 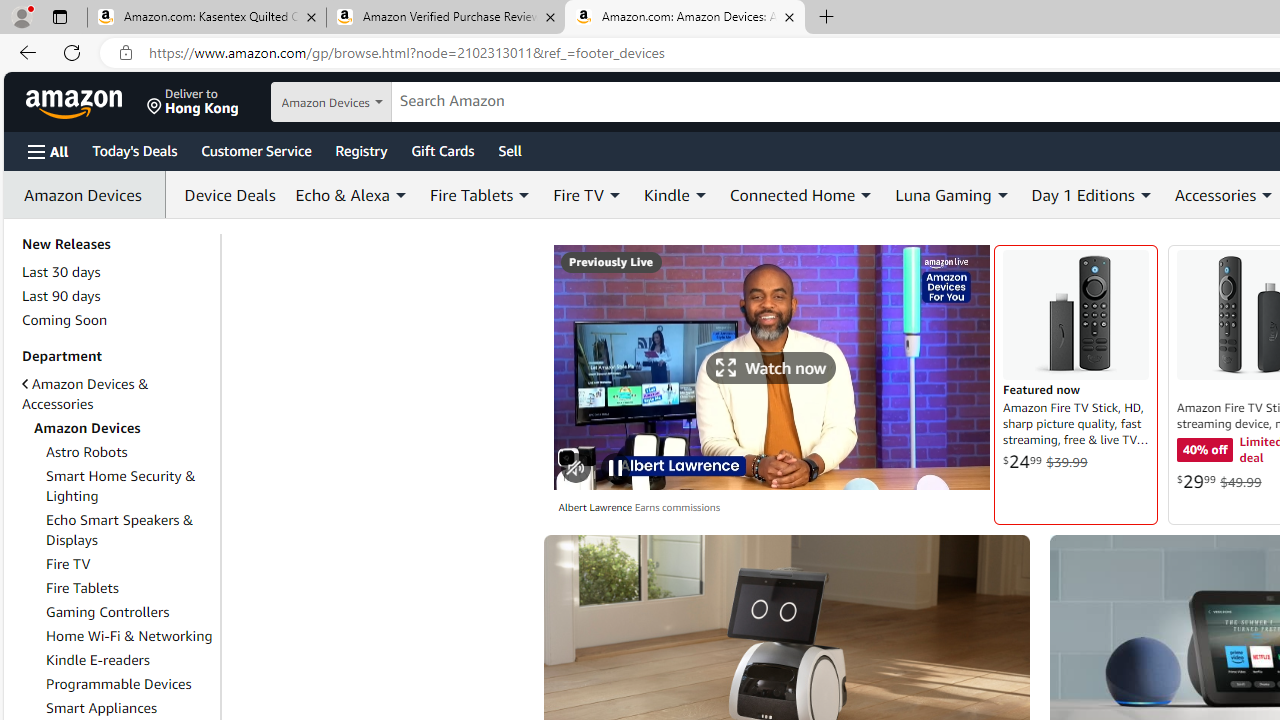 What do you see at coordinates (128, 660) in the screenshot?
I see `'Kindle E-readers'` at bounding box center [128, 660].